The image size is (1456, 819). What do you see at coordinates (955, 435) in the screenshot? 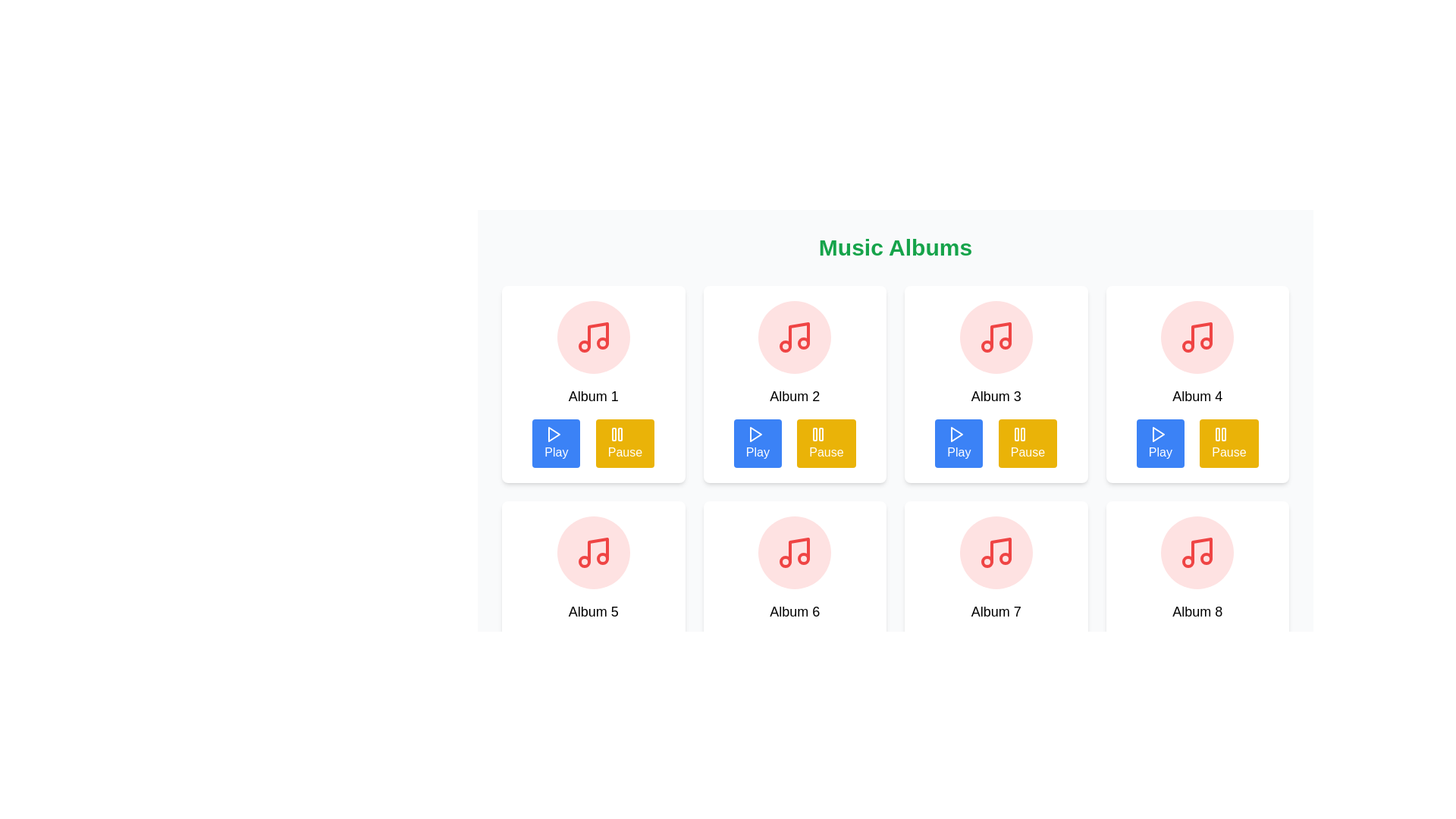
I see `the 'Play' icon for the music album represented by 'Album 3' in the grid layout` at bounding box center [955, 435].